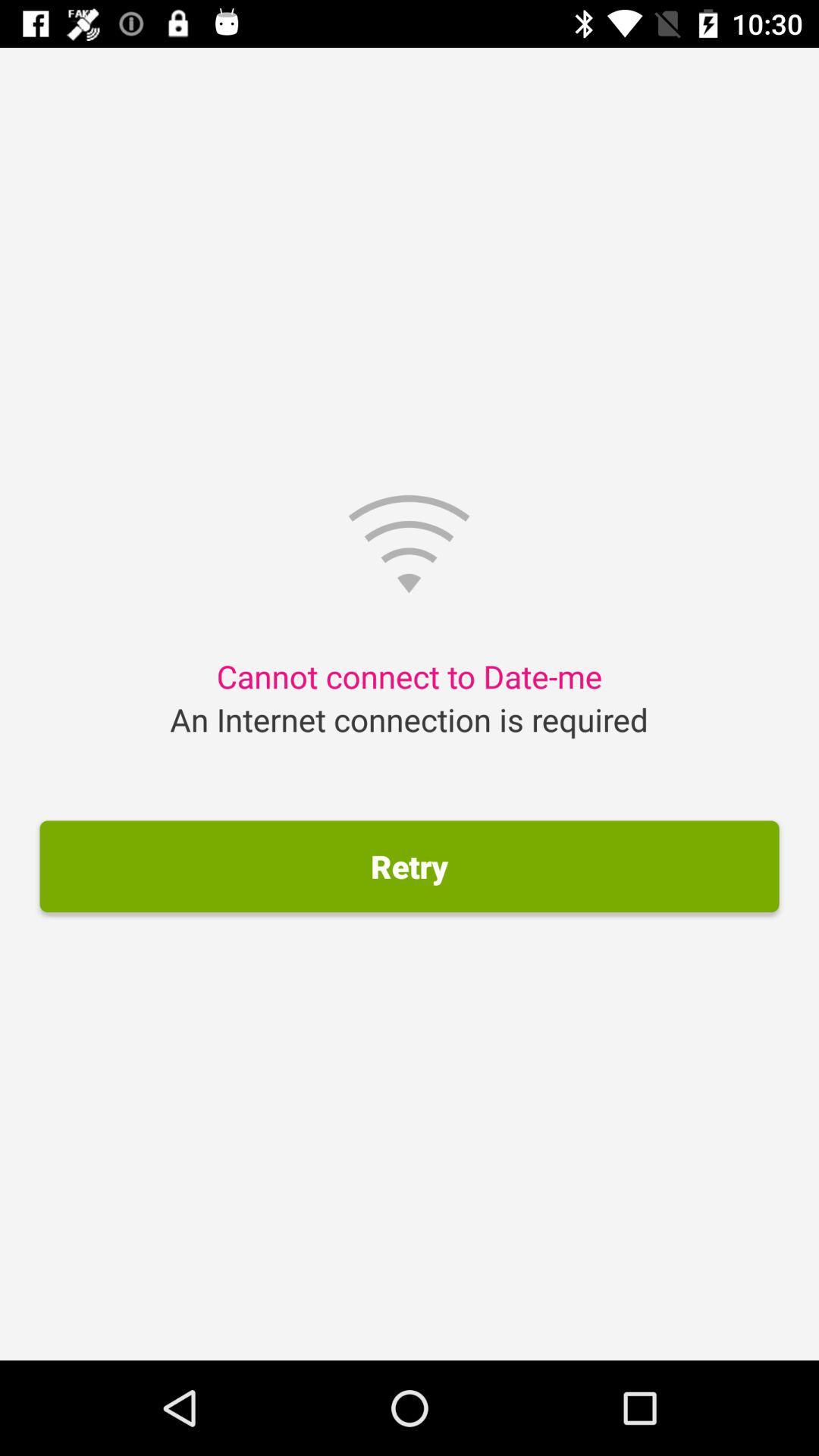 The height and width of the screenshot is (1456, 819). What do you see at coordinates (409, 866) in the screenshot?
I see `item below an internet connection icon` at bounding box center [409, 866].